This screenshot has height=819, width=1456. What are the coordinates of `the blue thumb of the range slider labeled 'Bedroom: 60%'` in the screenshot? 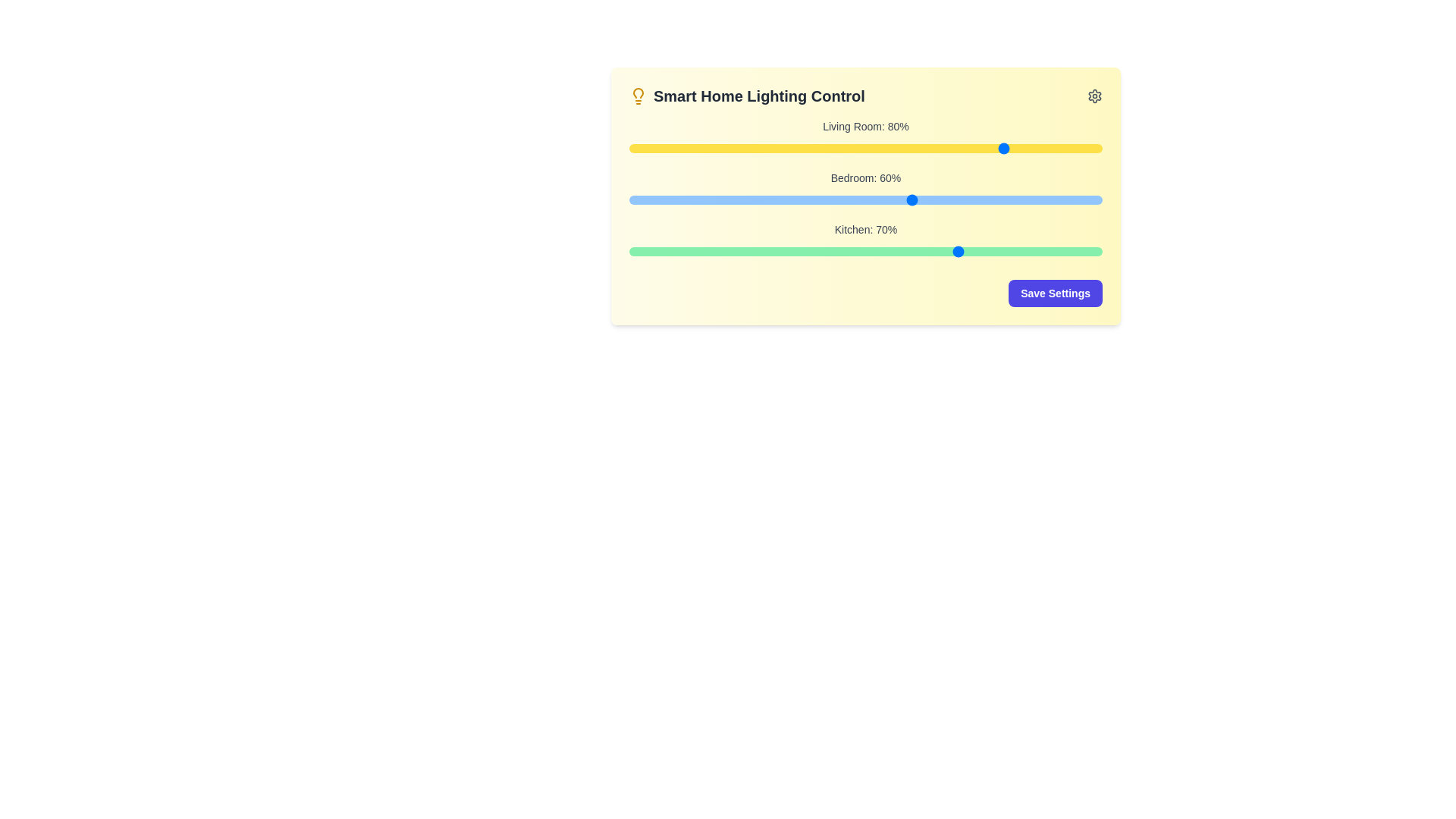 It's located at (866, 189).